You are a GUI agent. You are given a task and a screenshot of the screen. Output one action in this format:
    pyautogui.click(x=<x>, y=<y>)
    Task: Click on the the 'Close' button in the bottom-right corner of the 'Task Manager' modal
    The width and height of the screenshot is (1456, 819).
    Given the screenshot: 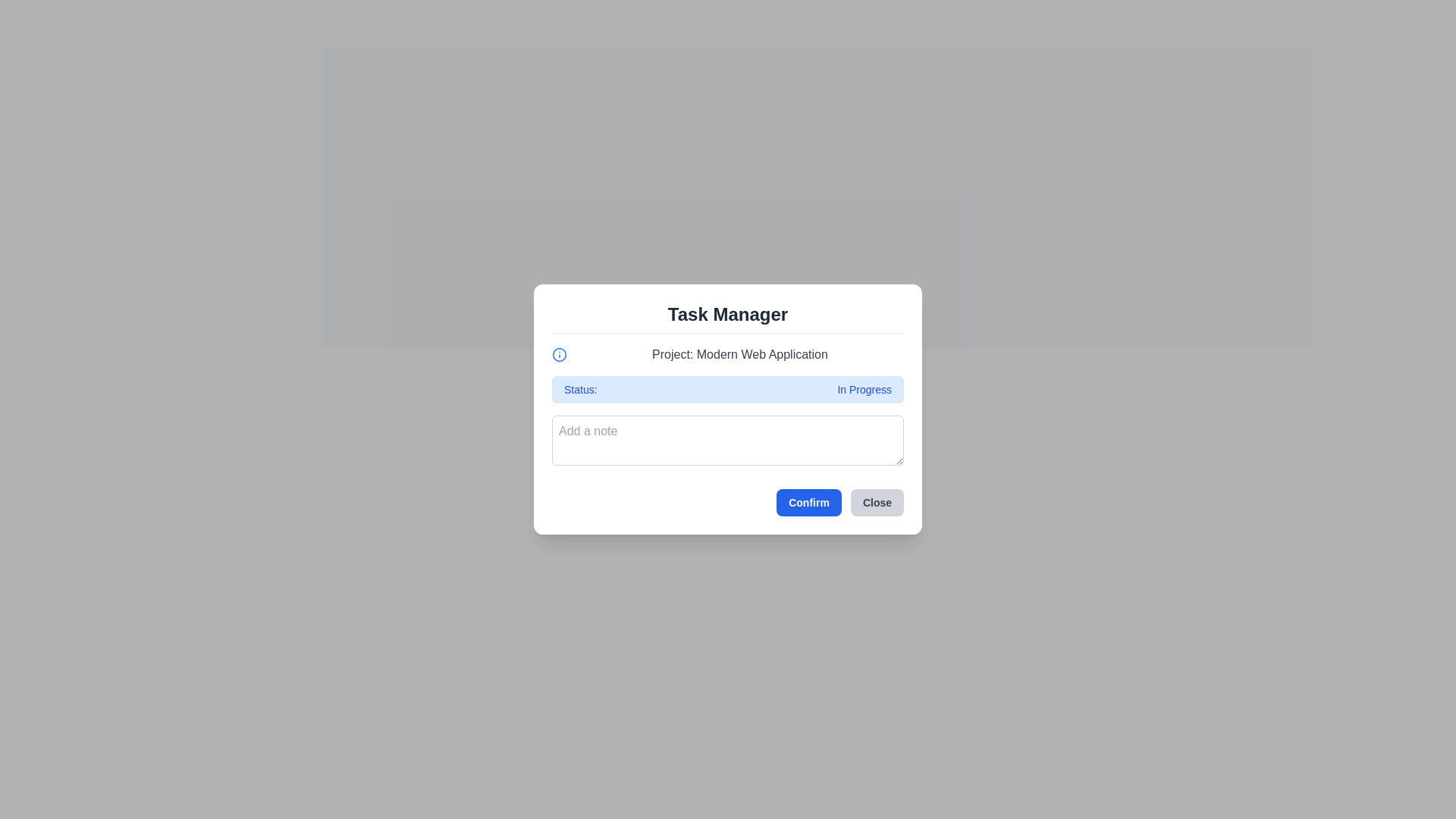 What is the action you would take?
    pyautogui.click(x=877, y=503)
    